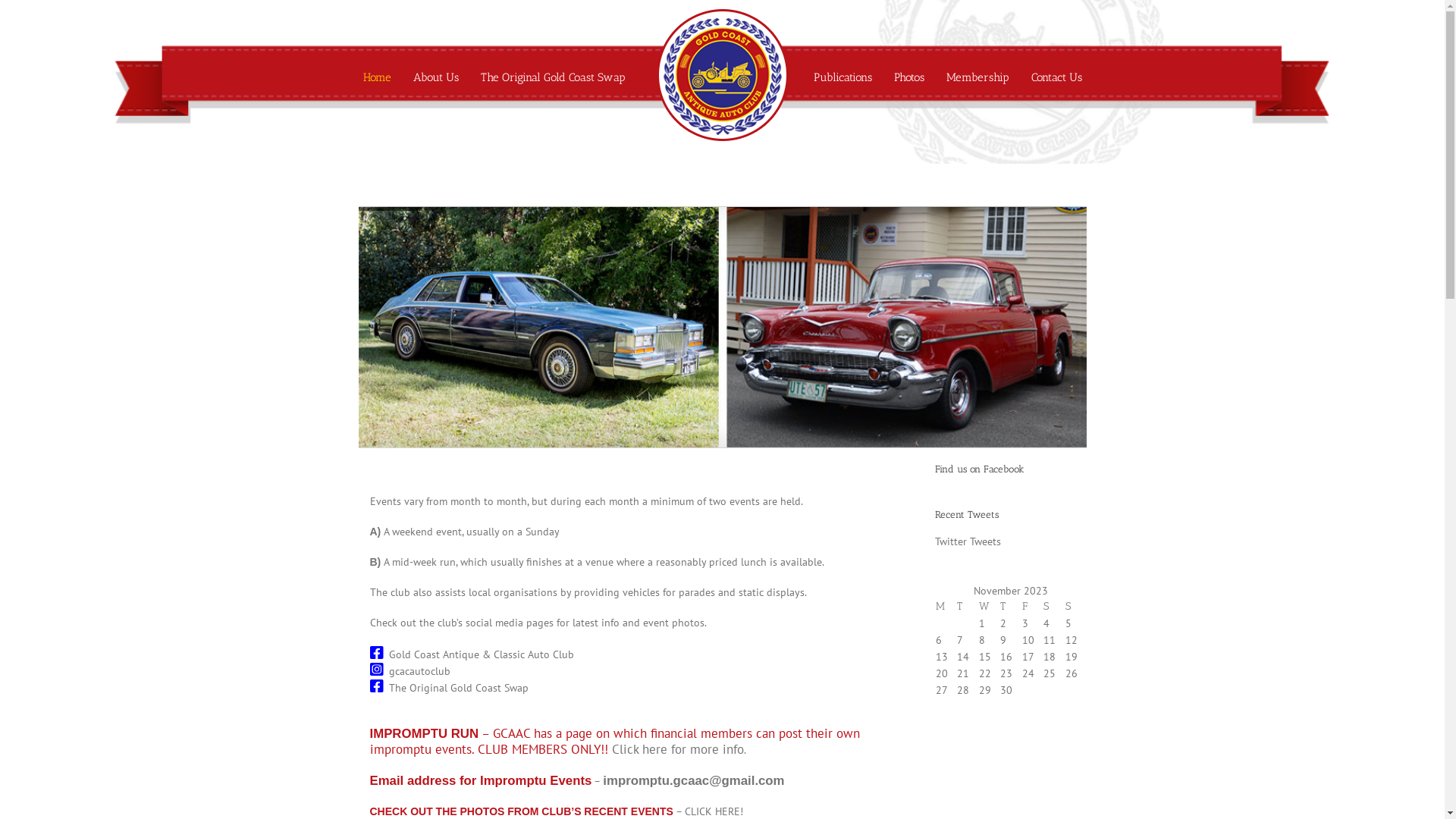  What do you see at coordinates (908, 77) in the screenshot?
I see `'Photos'` at bounding box center [908, 77].